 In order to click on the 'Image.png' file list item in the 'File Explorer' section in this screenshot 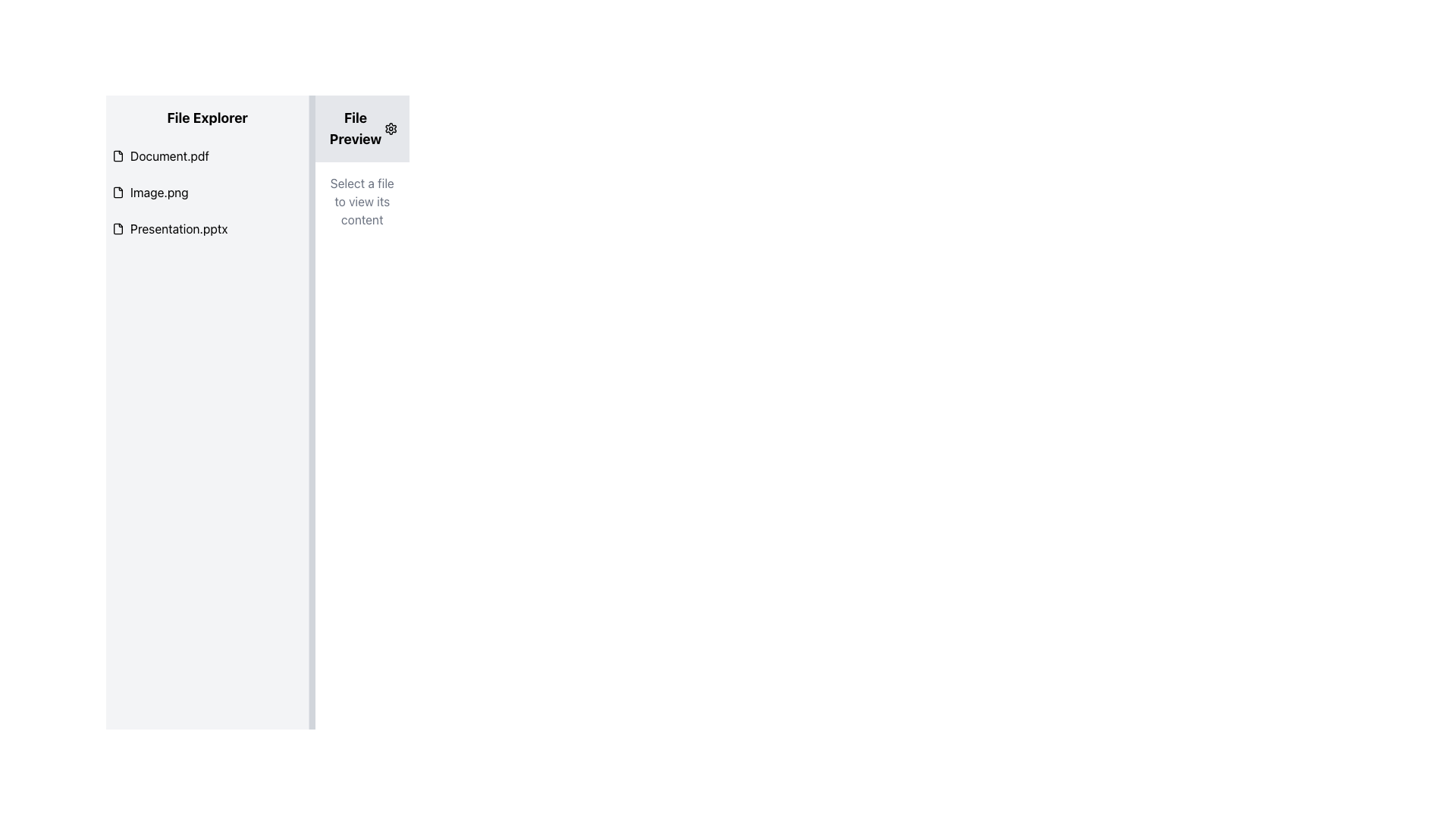, I will do `click(206, 192)`.